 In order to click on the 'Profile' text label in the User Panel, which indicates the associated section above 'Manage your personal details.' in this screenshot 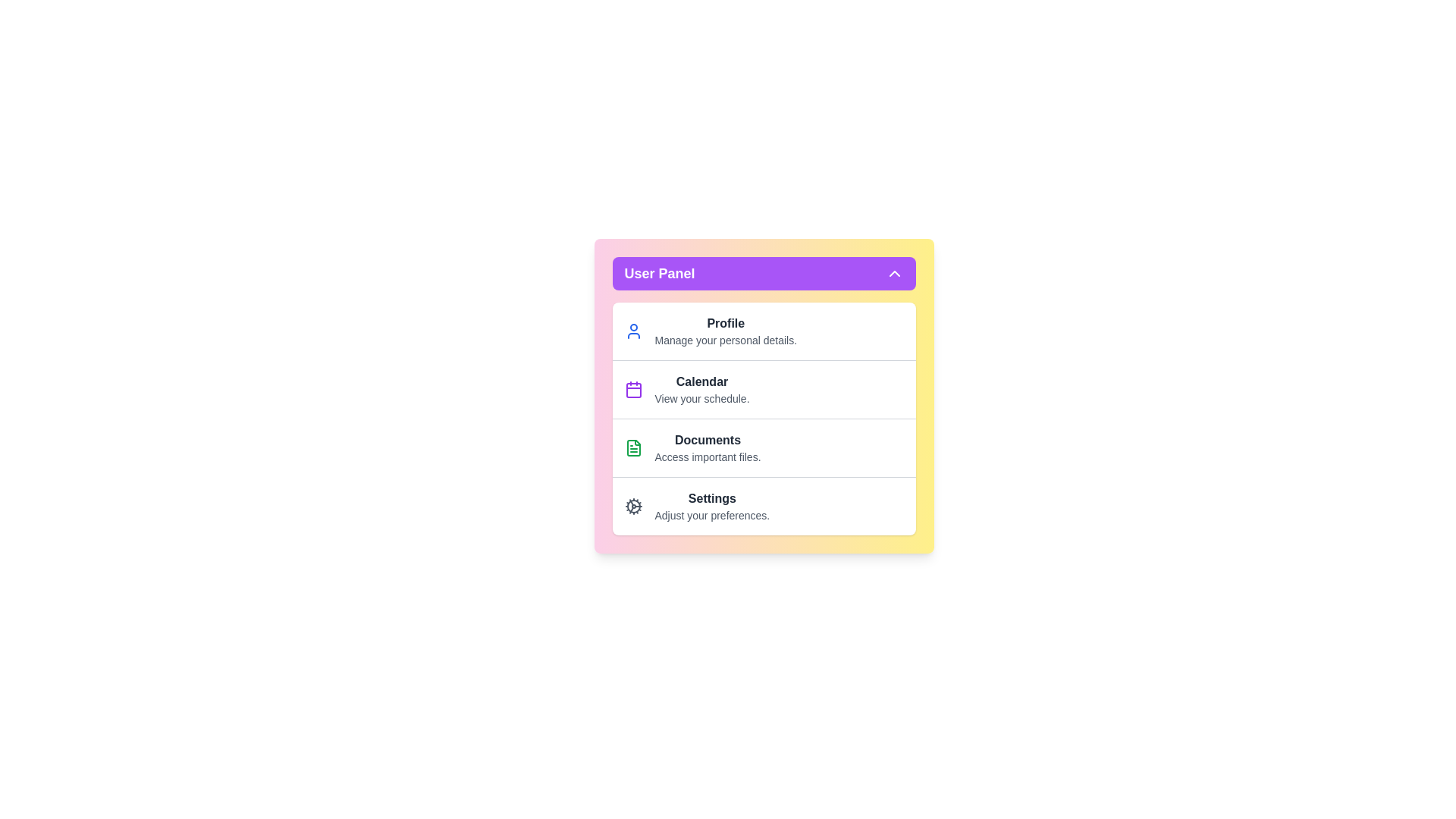, I will do `click(725, 323)`.